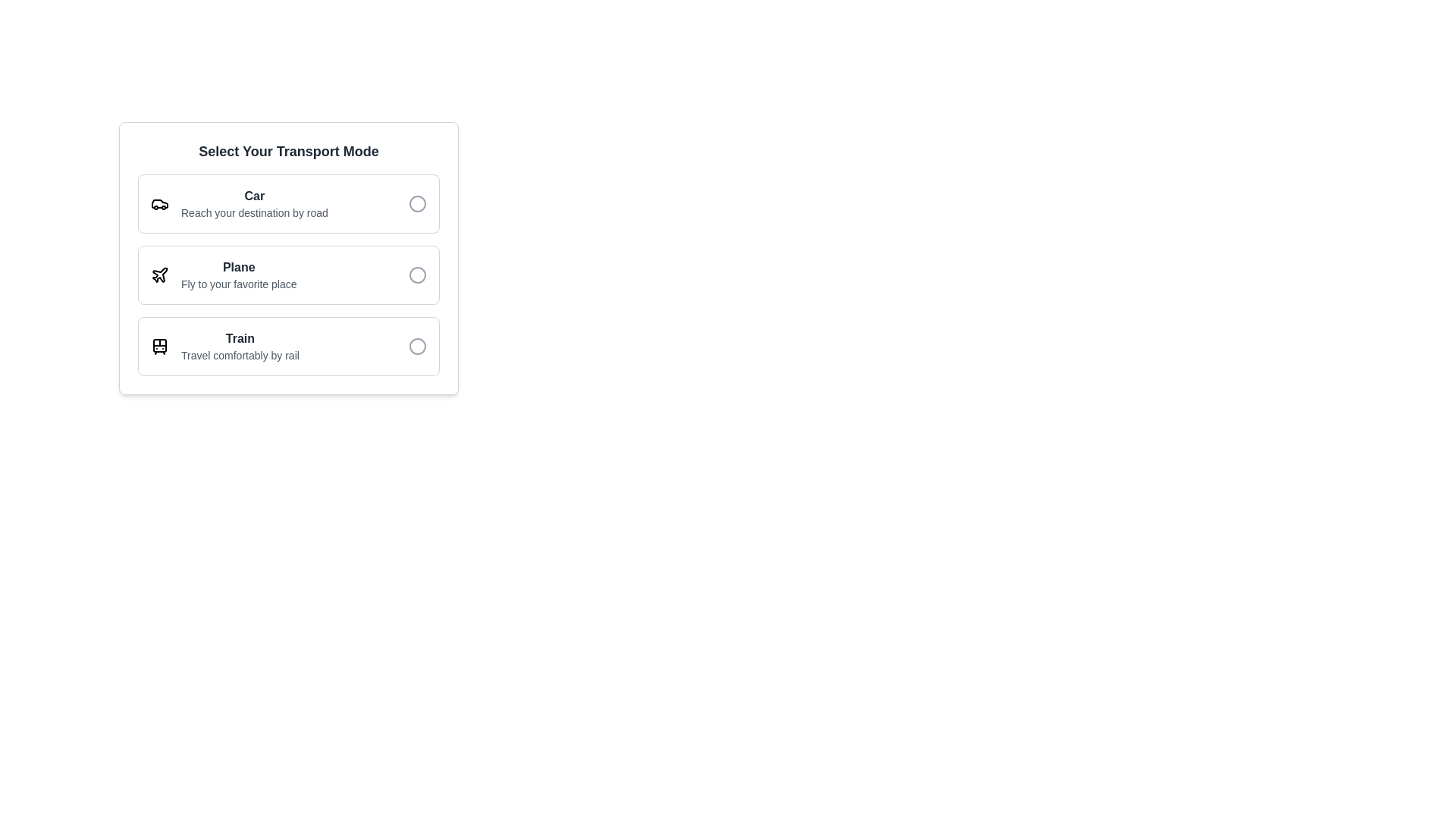  I want to click on the car icon, which is the first icon in the transport mode selection list, styled as a minimal black outline with rounded corners and two circular shapes indicating wheels, so click(160, 203).